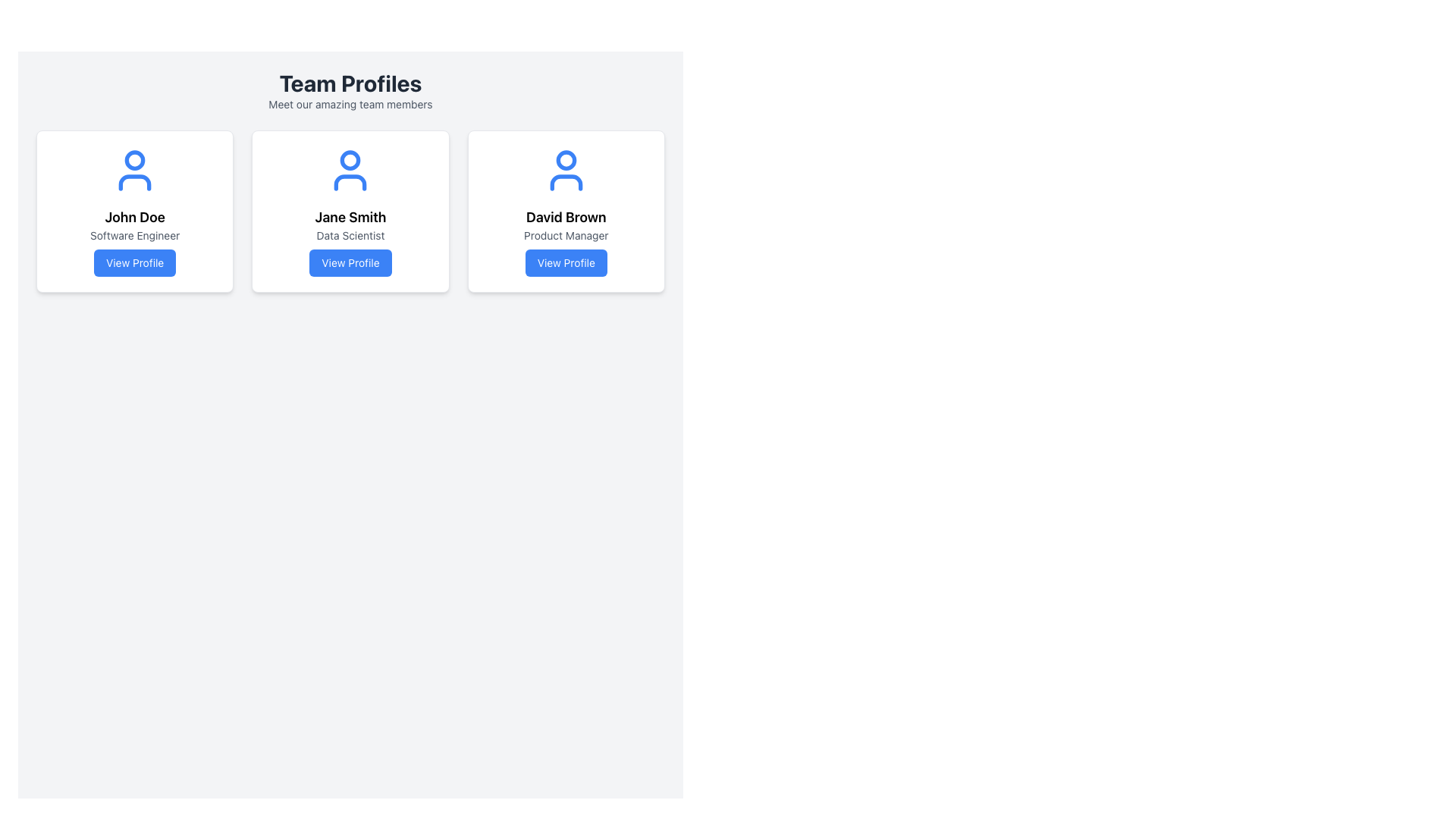 The height and width of the screenshot is (819, 1456). I want to click on the Text Label element reading 'Meet our amazing team members', which is styled in gray and positioned directly beneath the title 'Team Profiles', so click(350, 104).